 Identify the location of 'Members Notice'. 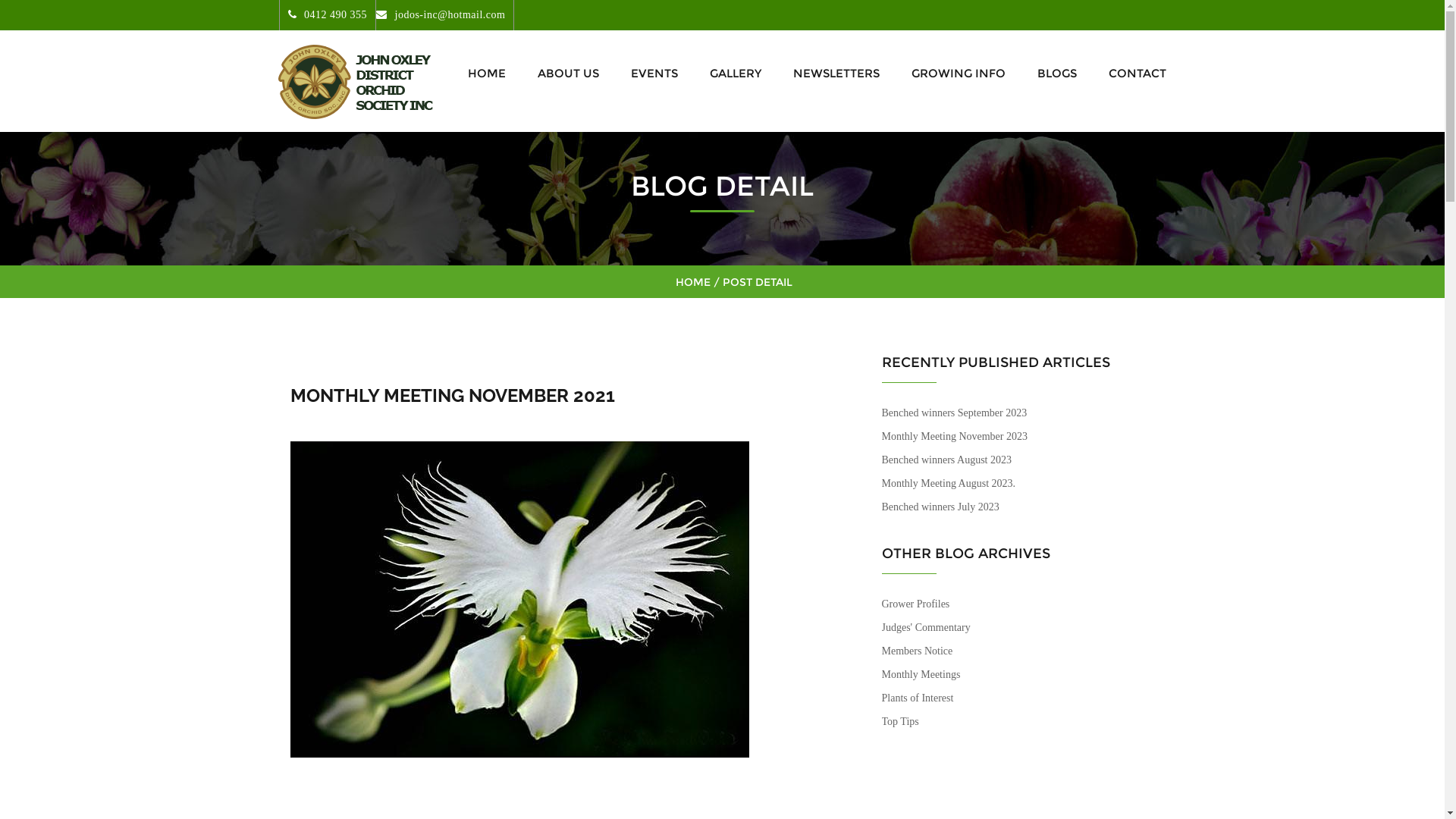
(916, 650).